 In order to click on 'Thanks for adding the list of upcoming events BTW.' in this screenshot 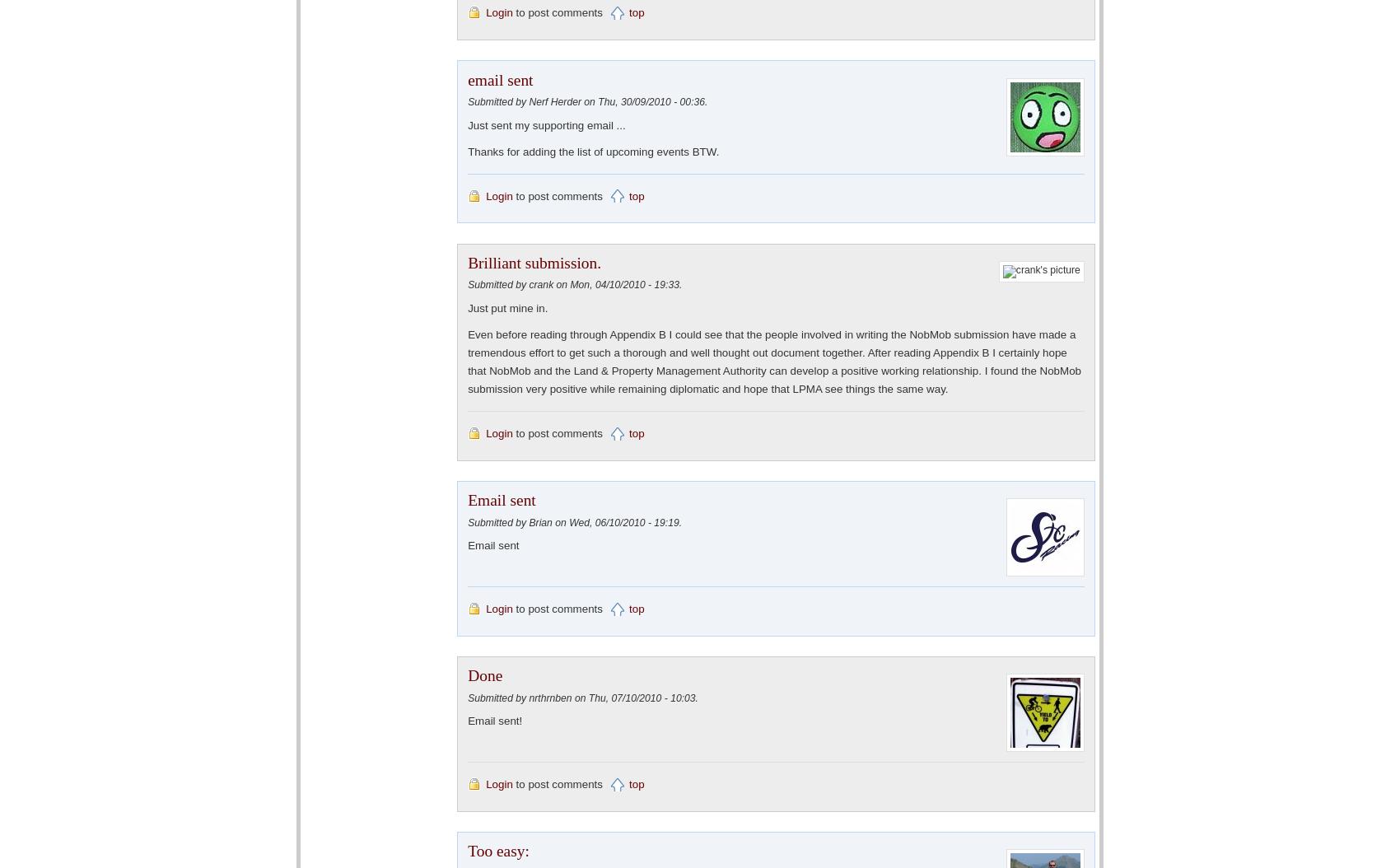, I will do `click(593, 150)`.